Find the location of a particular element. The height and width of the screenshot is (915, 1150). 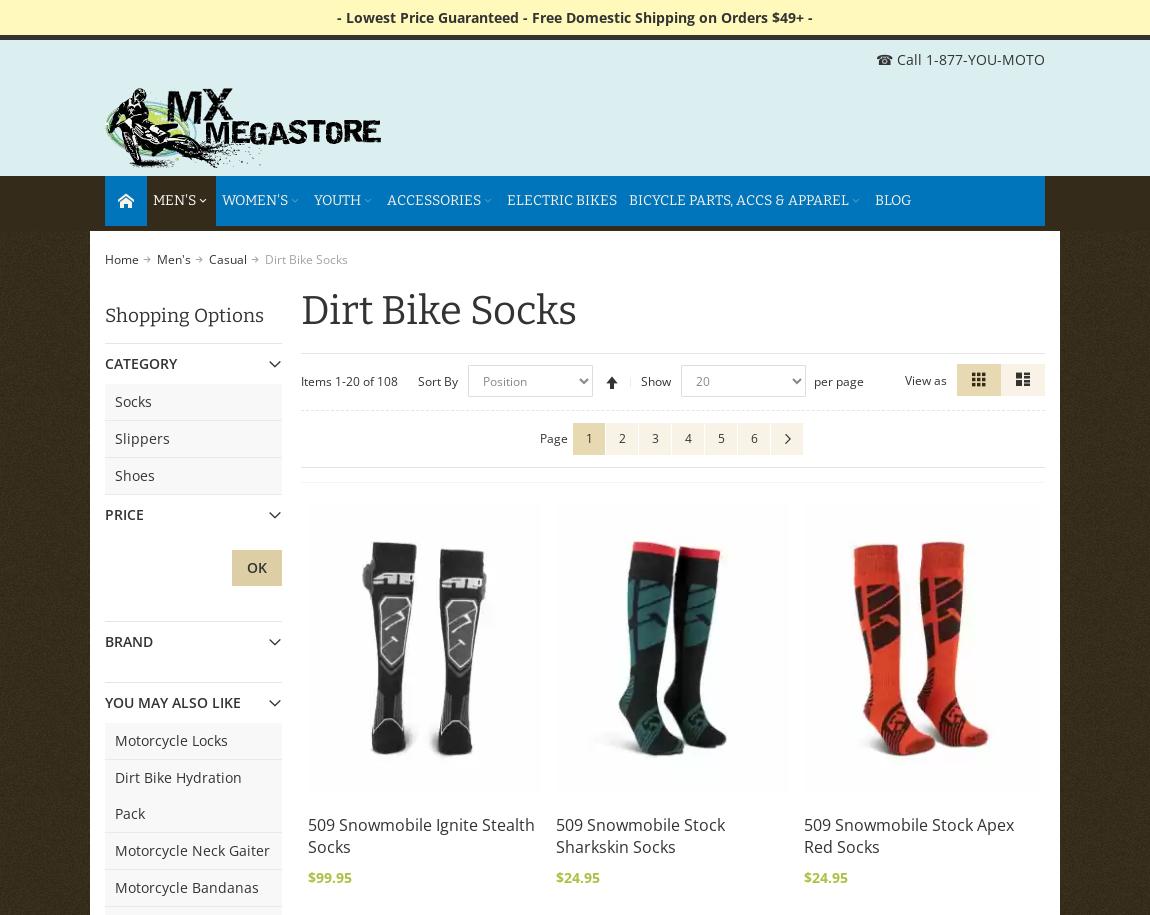

'- Lowest Price Guaranteed - Free Domestic Shipping on Orders $49+ -' is located at coordinates (575, 17).